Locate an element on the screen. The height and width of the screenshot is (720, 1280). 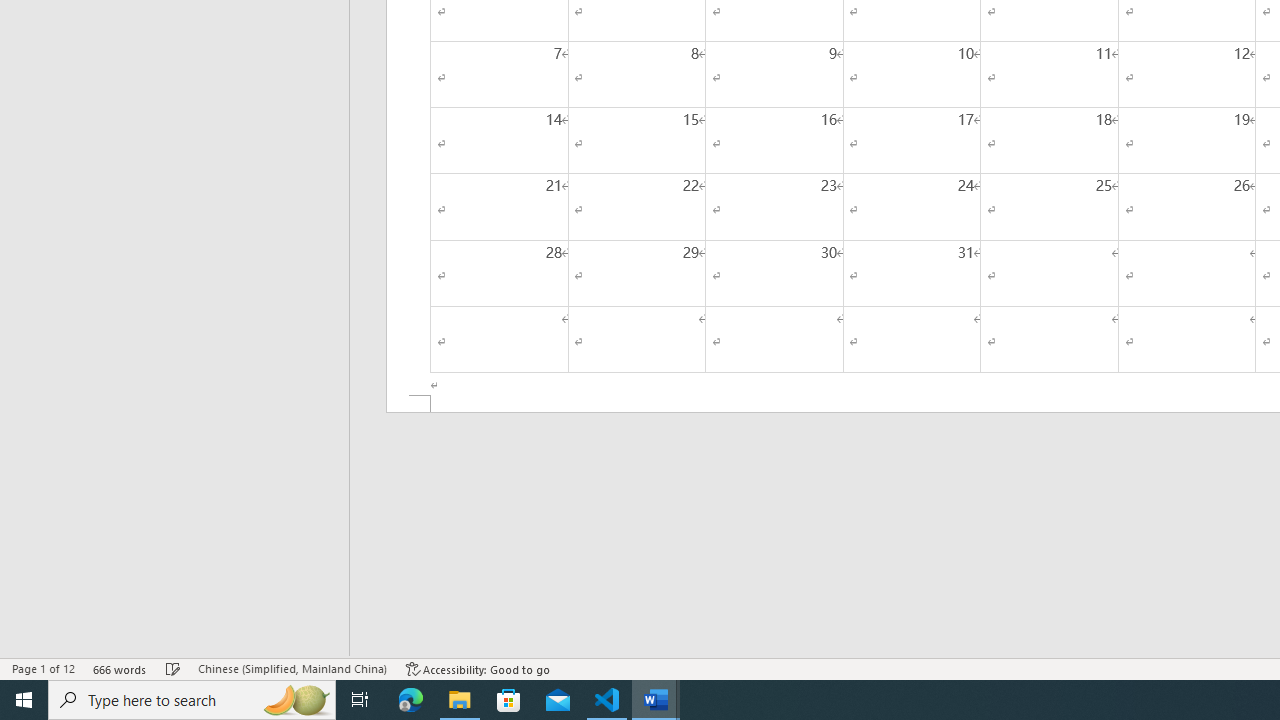
'Page Number Page 1 of 12' is located at coordinates (43, 669).